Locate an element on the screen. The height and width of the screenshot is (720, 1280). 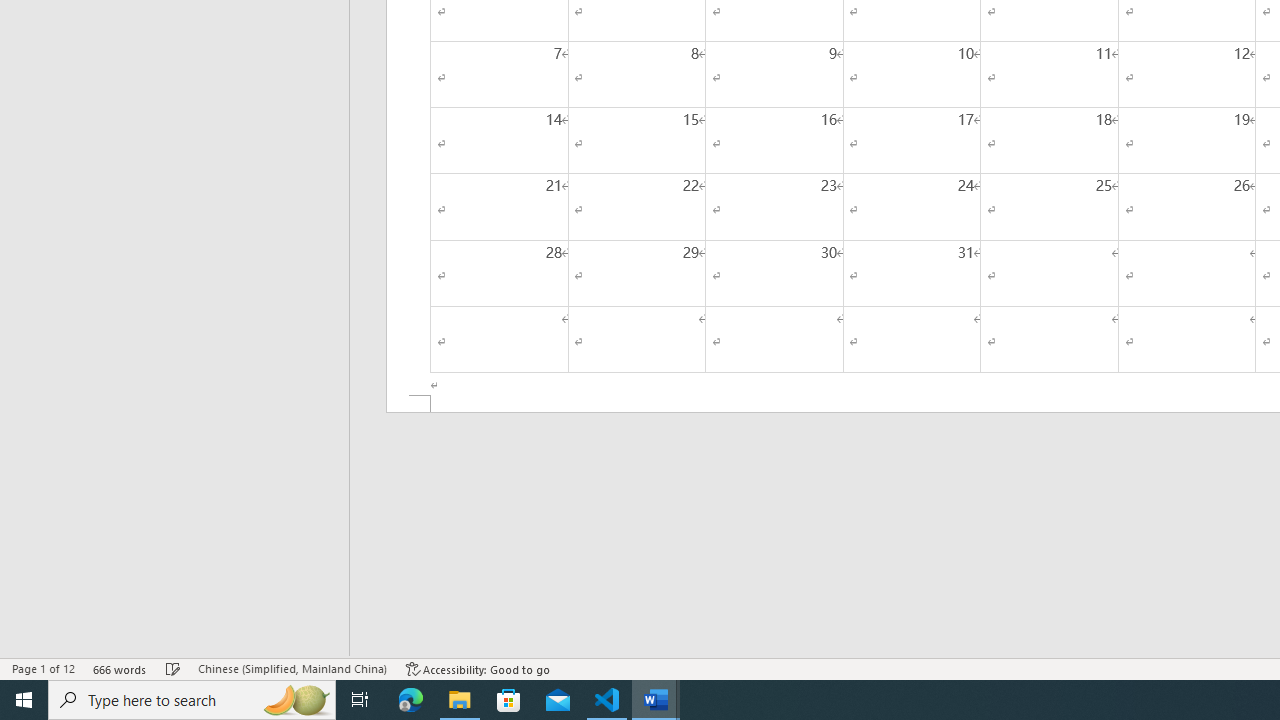
'Page Number Page 1 of 12' is located at coordinates (43, 669).